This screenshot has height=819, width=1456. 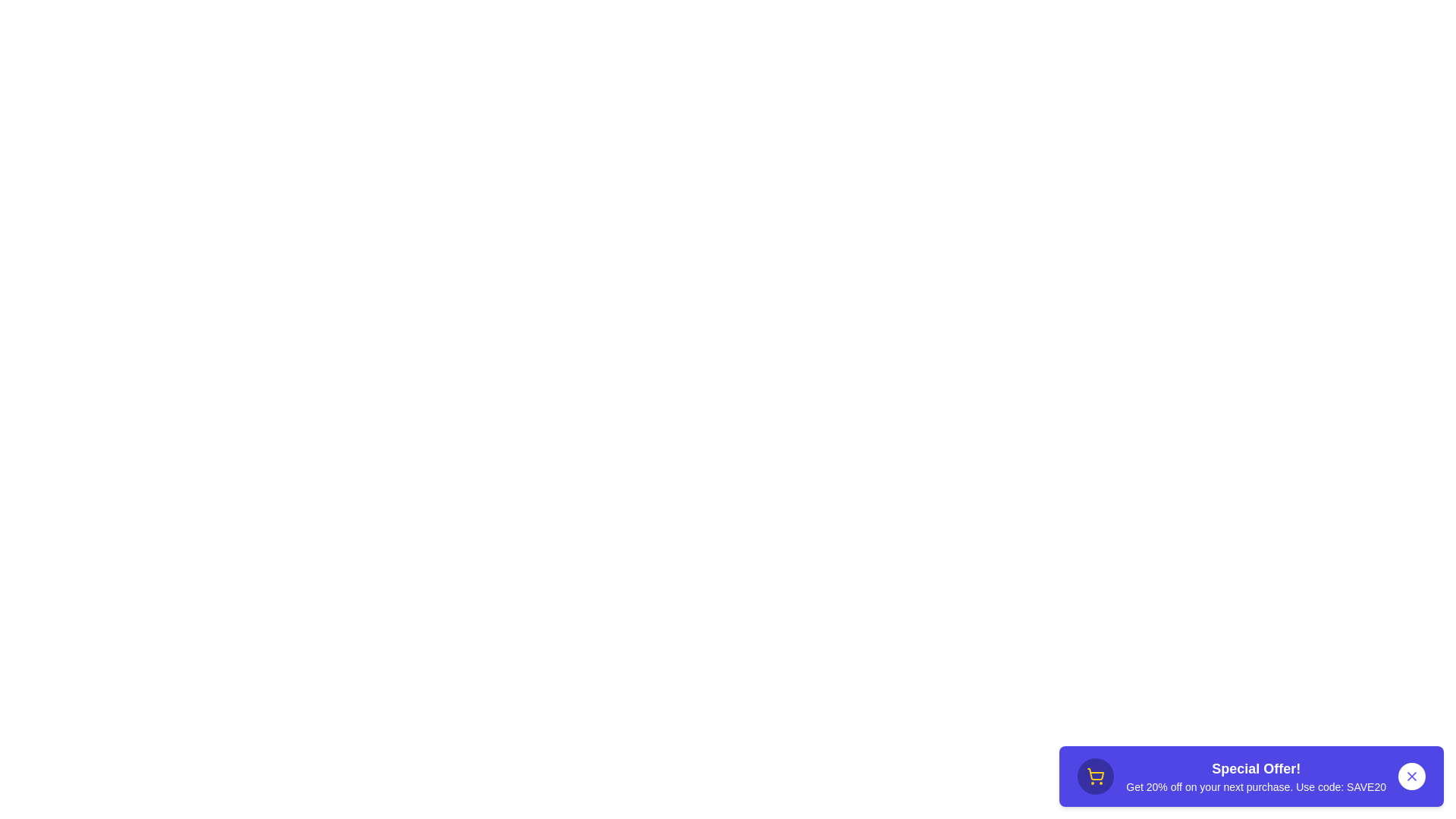 What do you see at coordinates (1096, 776) in the screenshot?
I see `the shopping cart icon in the promotion snackbar` at bounding box center [1096, 776].